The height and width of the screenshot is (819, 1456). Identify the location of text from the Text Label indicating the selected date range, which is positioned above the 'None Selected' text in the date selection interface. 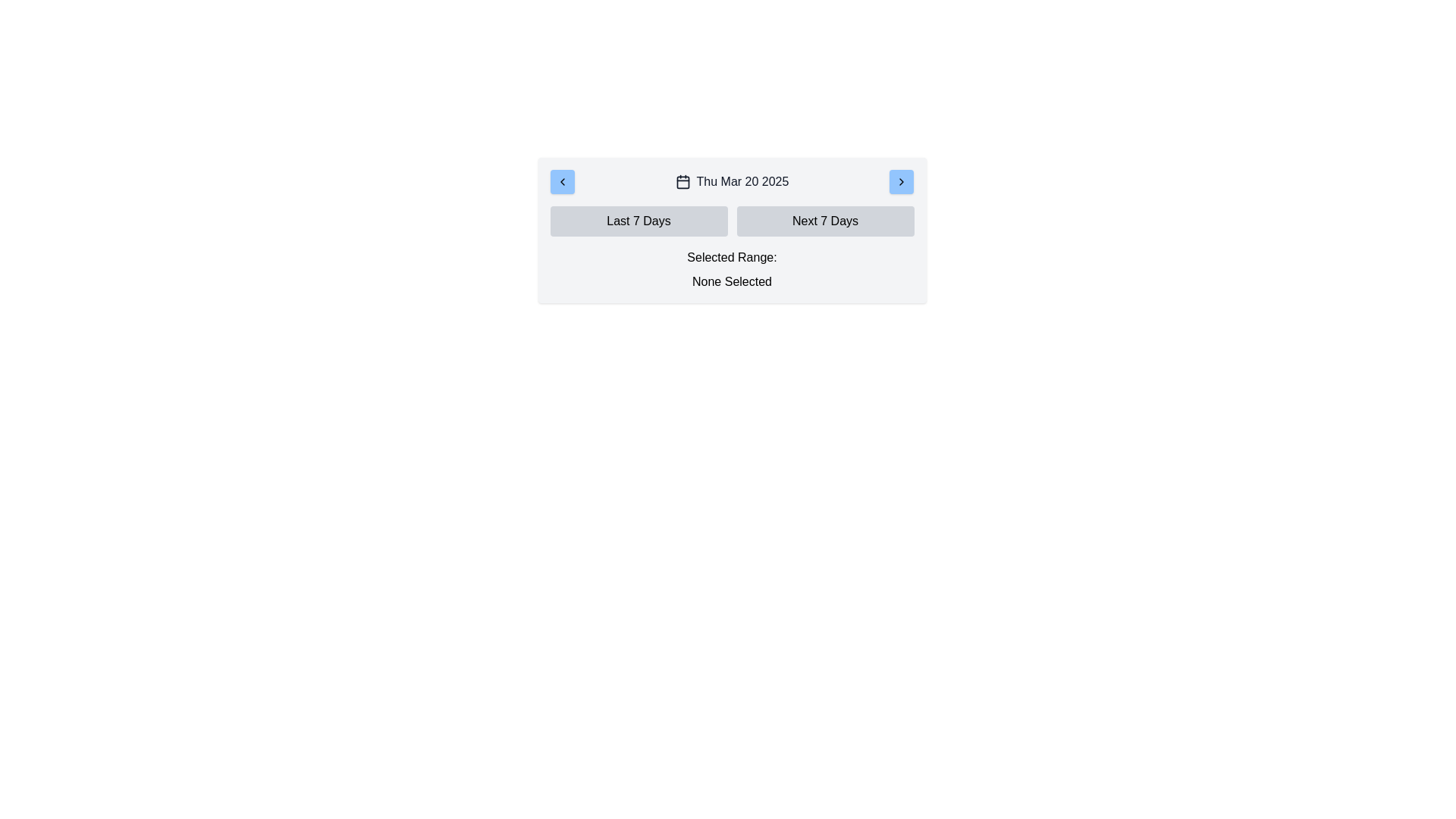
(732, 256).